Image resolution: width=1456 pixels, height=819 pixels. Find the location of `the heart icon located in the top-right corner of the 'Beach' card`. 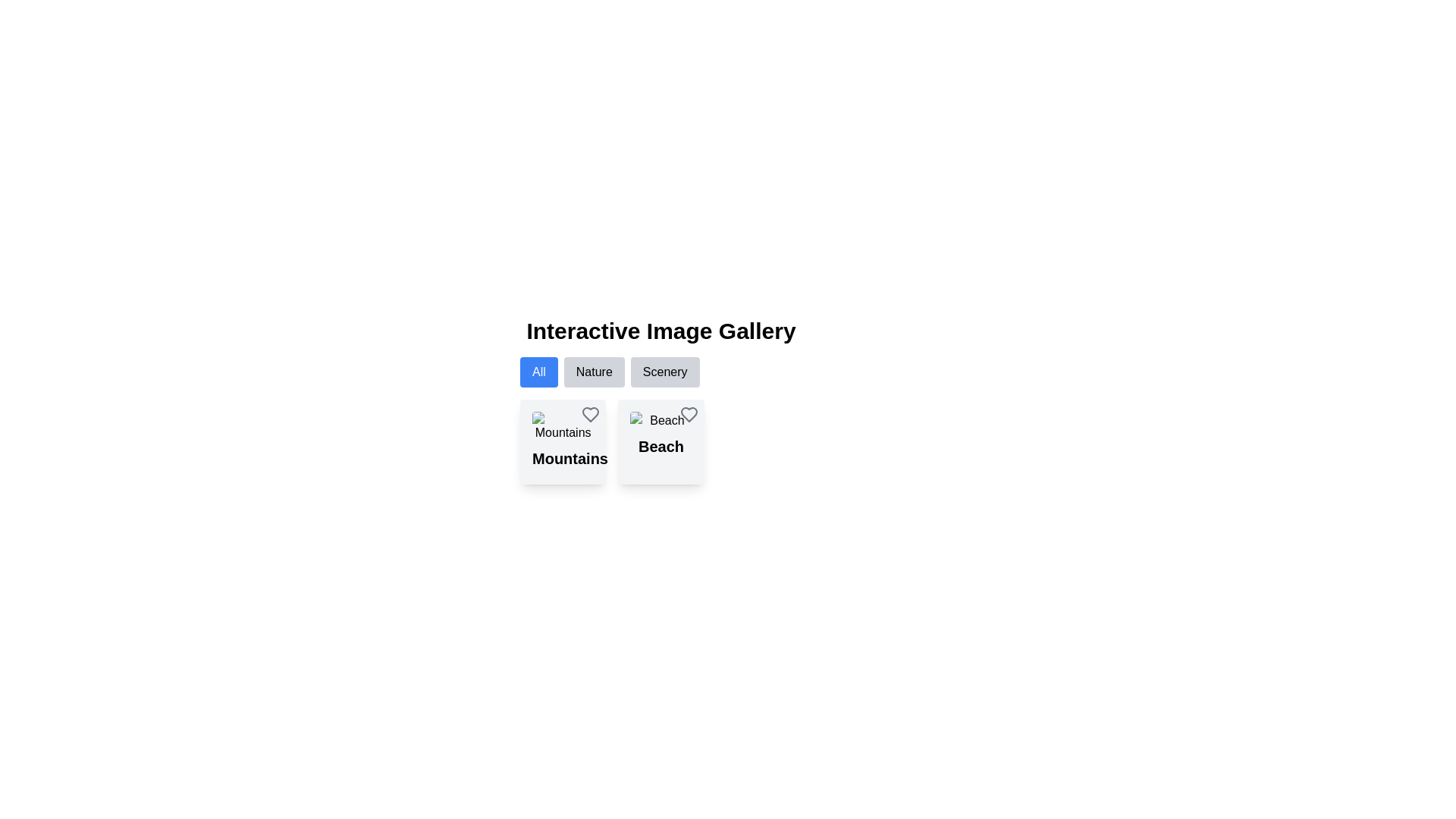

the heart icon located in the top-right corner of the 'Beach' card is located at coordinates (590, 415).